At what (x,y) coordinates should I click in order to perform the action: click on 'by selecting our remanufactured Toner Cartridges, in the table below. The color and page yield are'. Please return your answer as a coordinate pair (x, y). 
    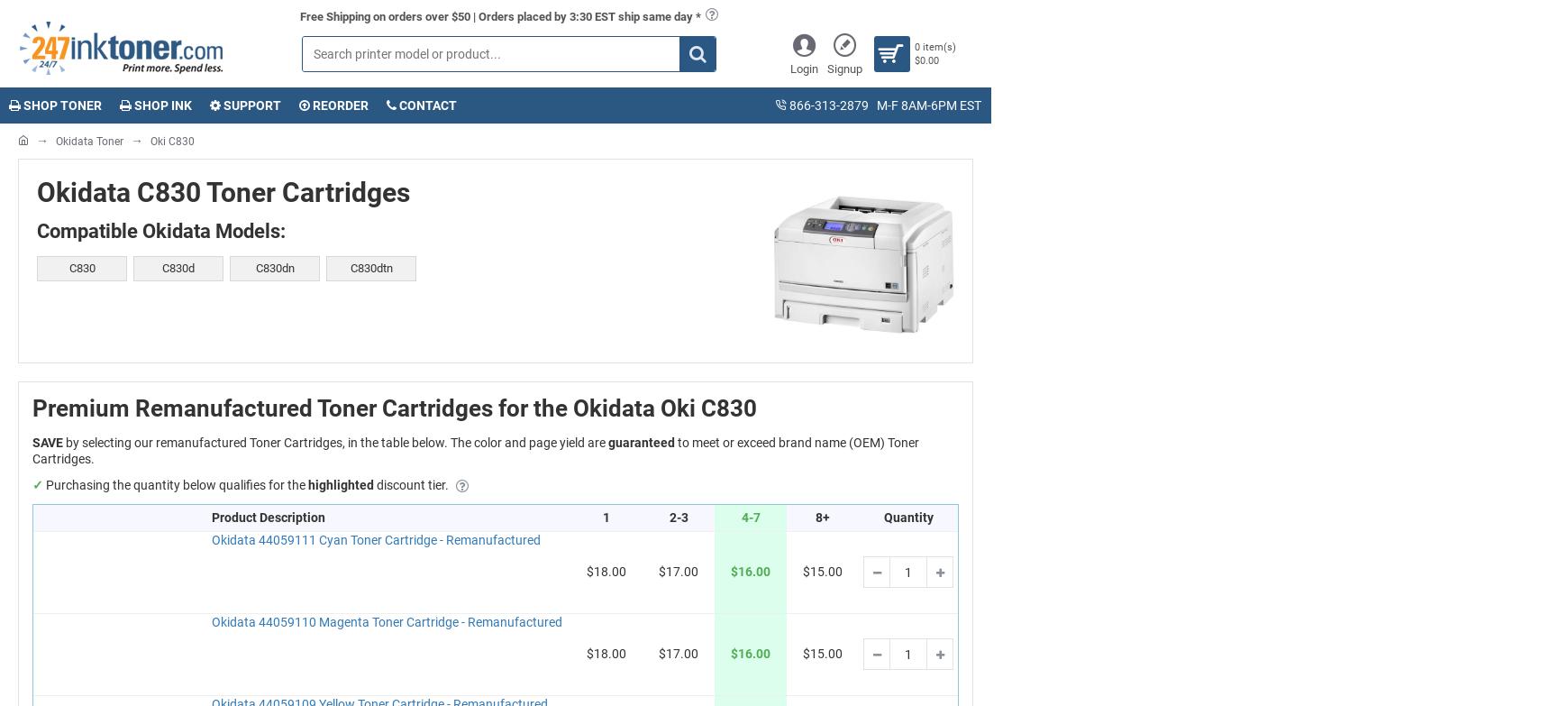
    Looking at the image, I should click on (335, 442).